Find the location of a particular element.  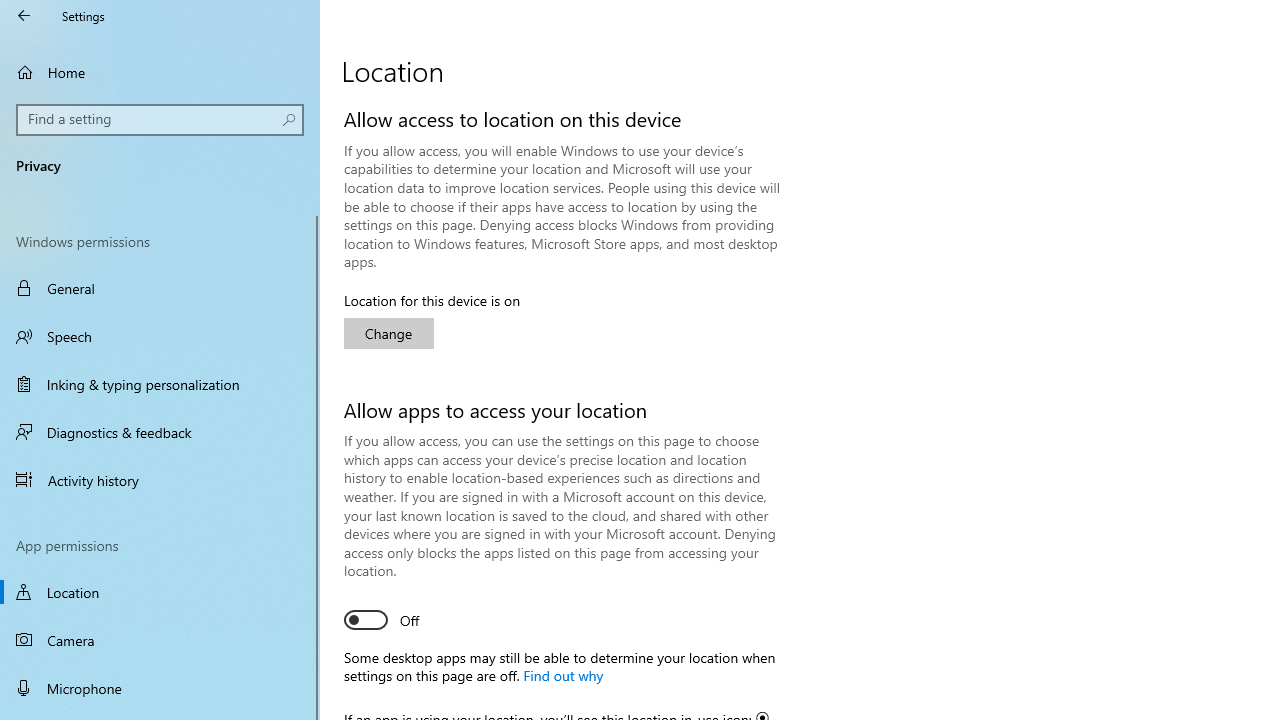

'Search box, Find a setting' is located at coordinates (160, 119).